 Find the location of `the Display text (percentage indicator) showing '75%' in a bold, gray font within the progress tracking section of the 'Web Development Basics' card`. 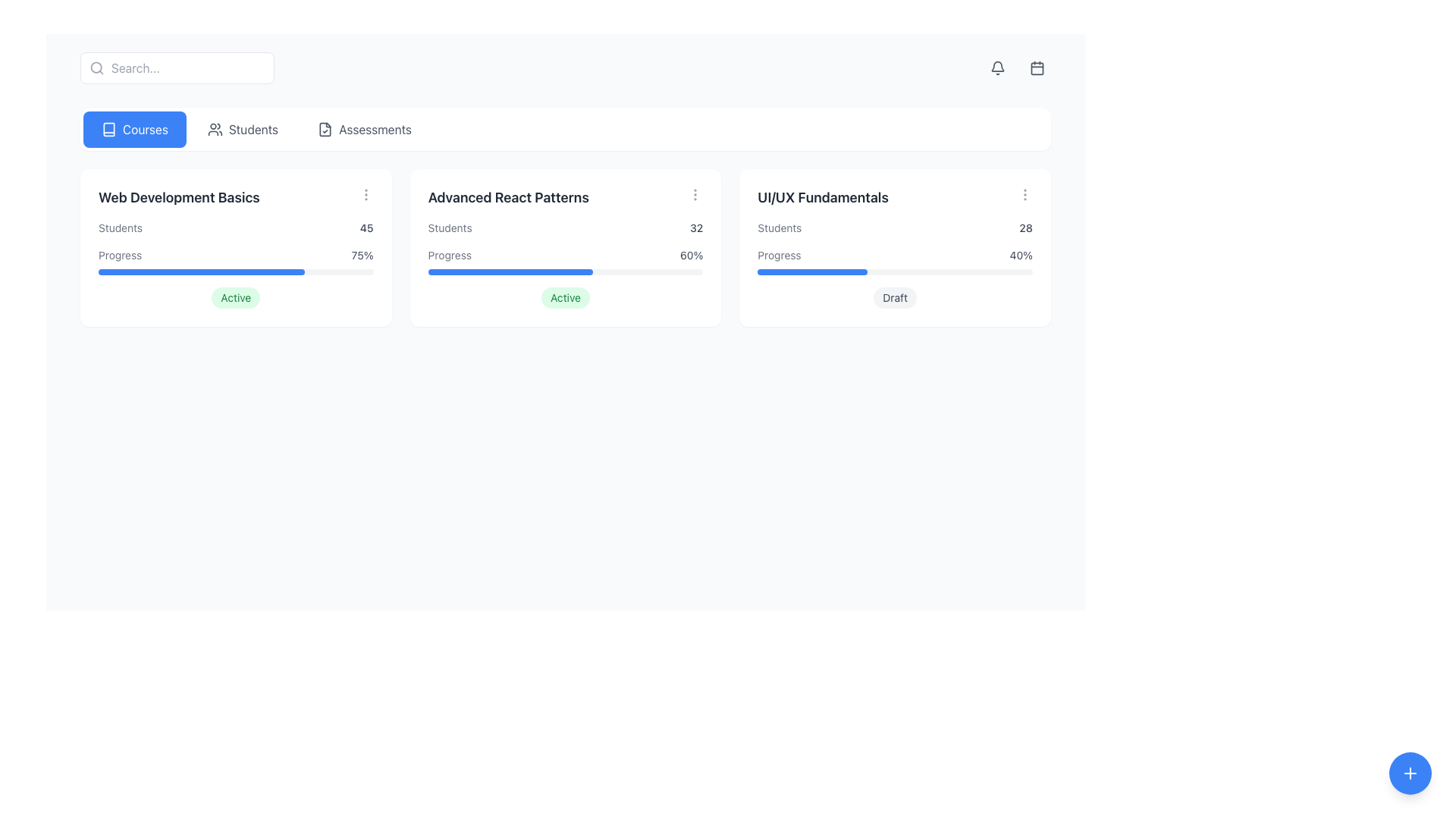

the Display text (percentage indicator) showing '75%' in a bold, gray font within the progress tracking section of the 'Web Development Basics' card is located at coordinates (362, 254).